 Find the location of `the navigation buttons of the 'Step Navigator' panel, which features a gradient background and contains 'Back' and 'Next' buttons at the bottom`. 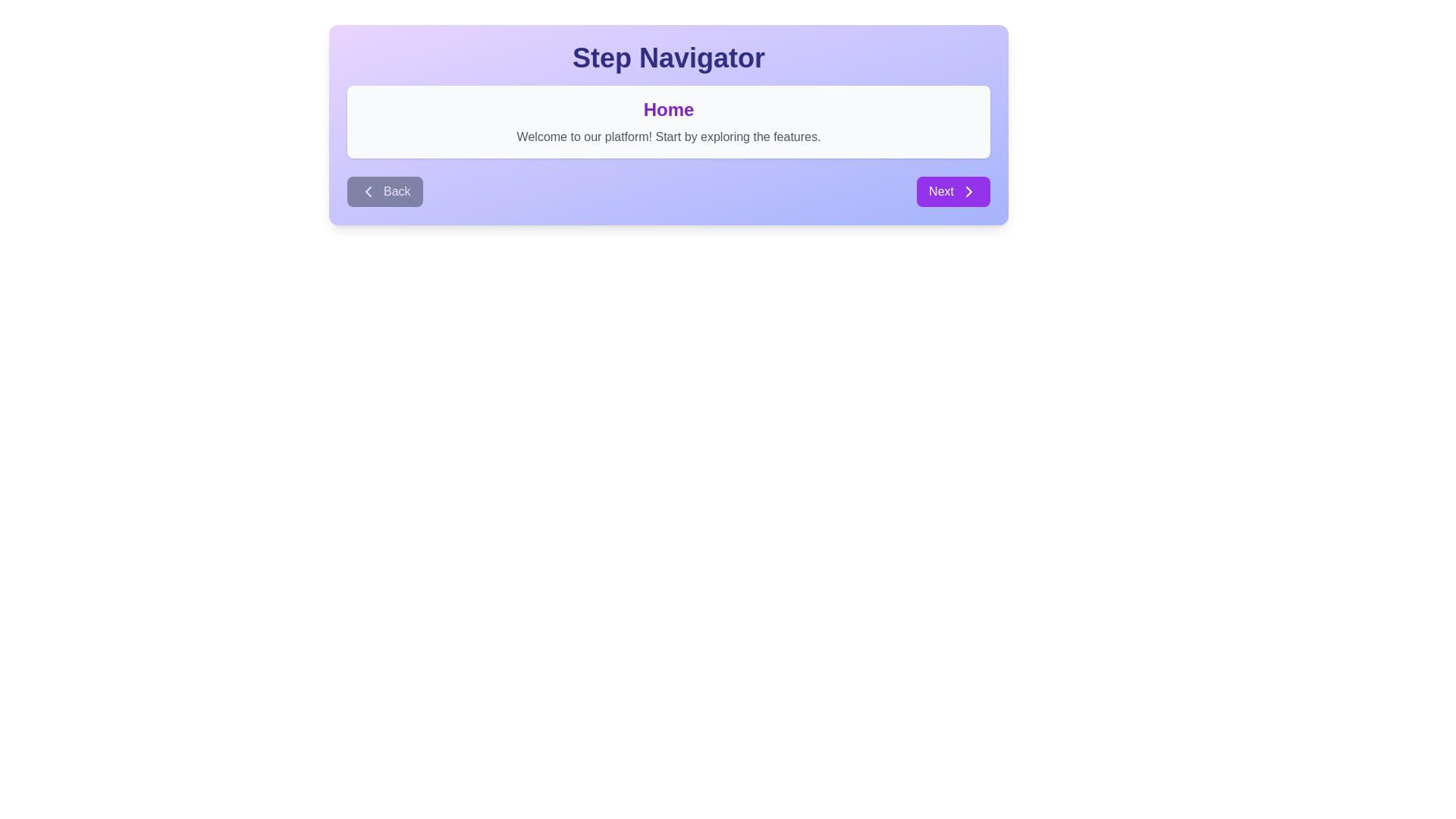

the navigation buttons of the 'Step Navigator' panel, which features a gradient background and contains 'Back' and 'Next' buttons at the bottom is located at coordinates (668, 124).